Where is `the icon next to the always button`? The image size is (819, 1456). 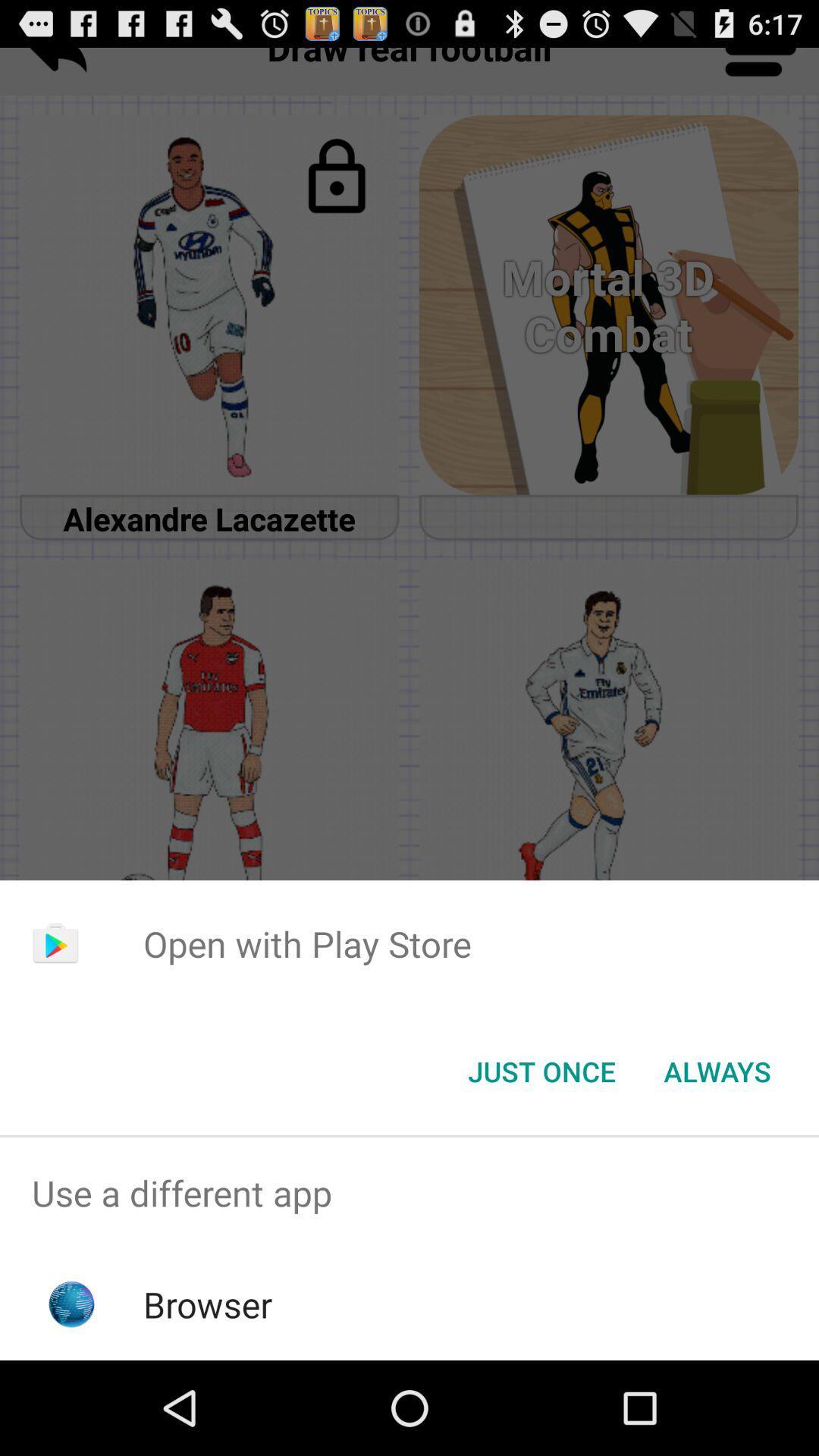 the icon next to the always button is located at coordinates (541, 1070).